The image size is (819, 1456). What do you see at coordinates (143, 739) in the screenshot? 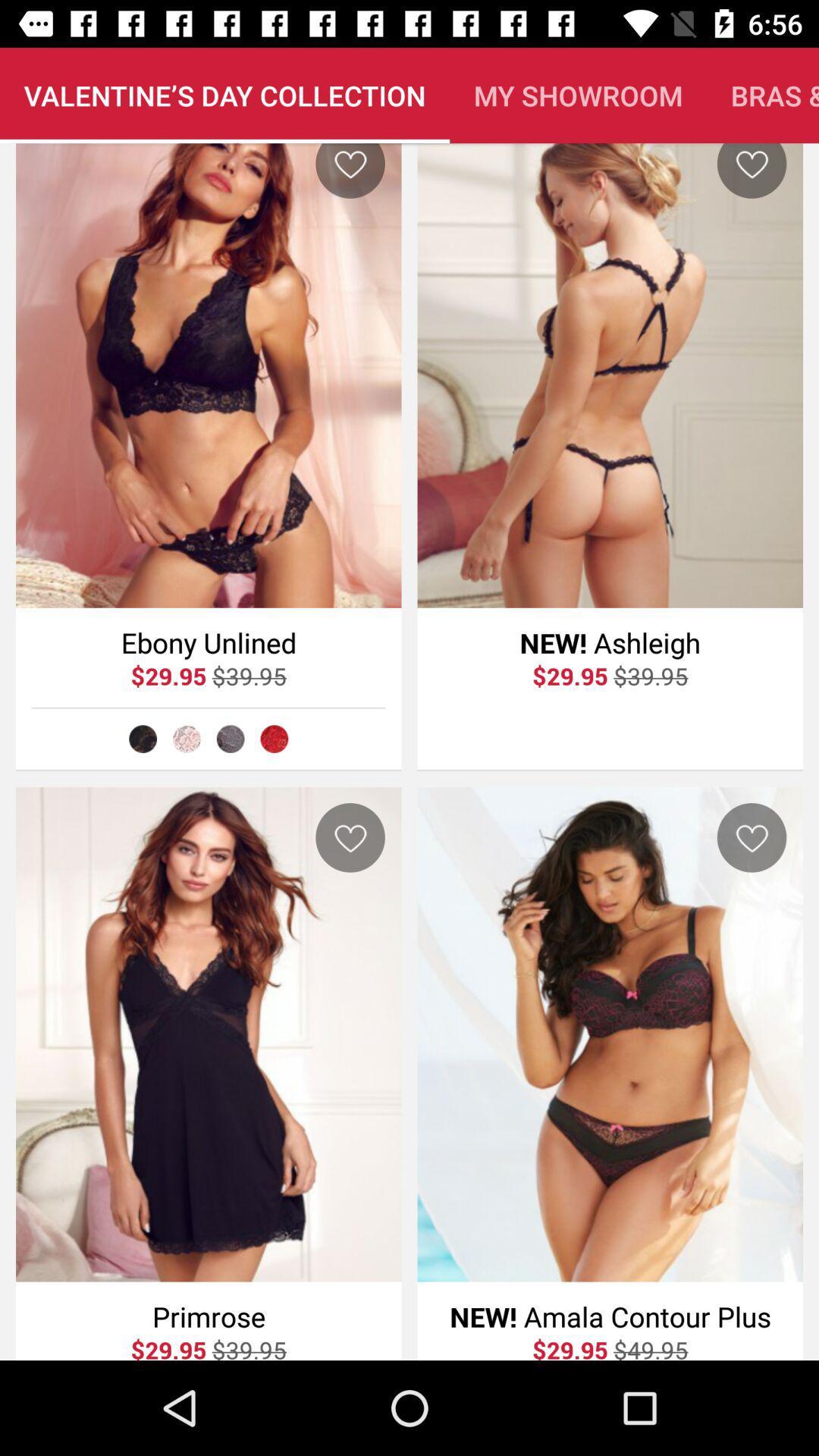
I see `first color option` at bounding box center [143, 739].